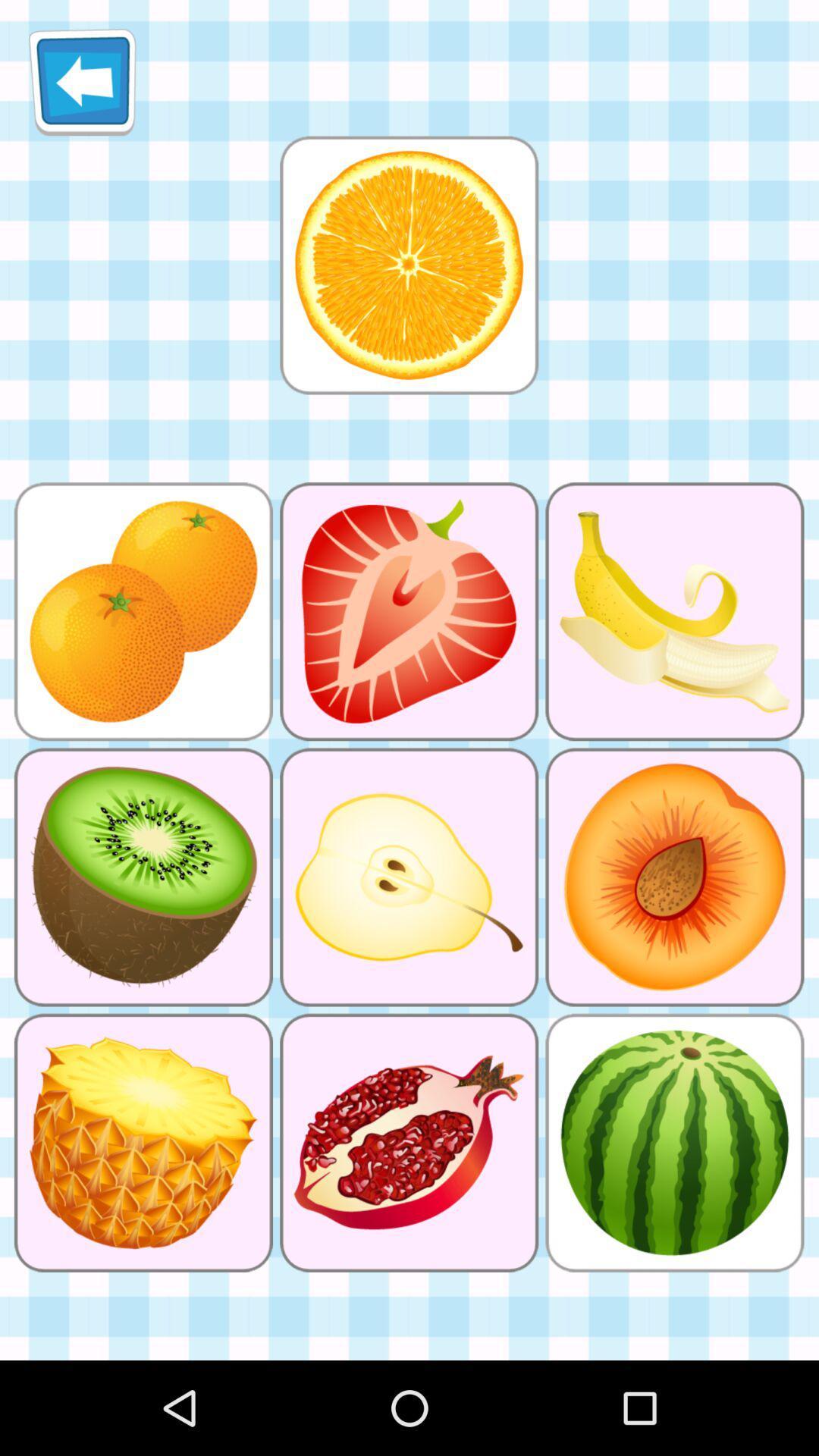 This screenshot has width=819, height=1456. What do you see at coordinates (408, 265) in the screenshot?
I see `orange` at bounding box center [408, 265].